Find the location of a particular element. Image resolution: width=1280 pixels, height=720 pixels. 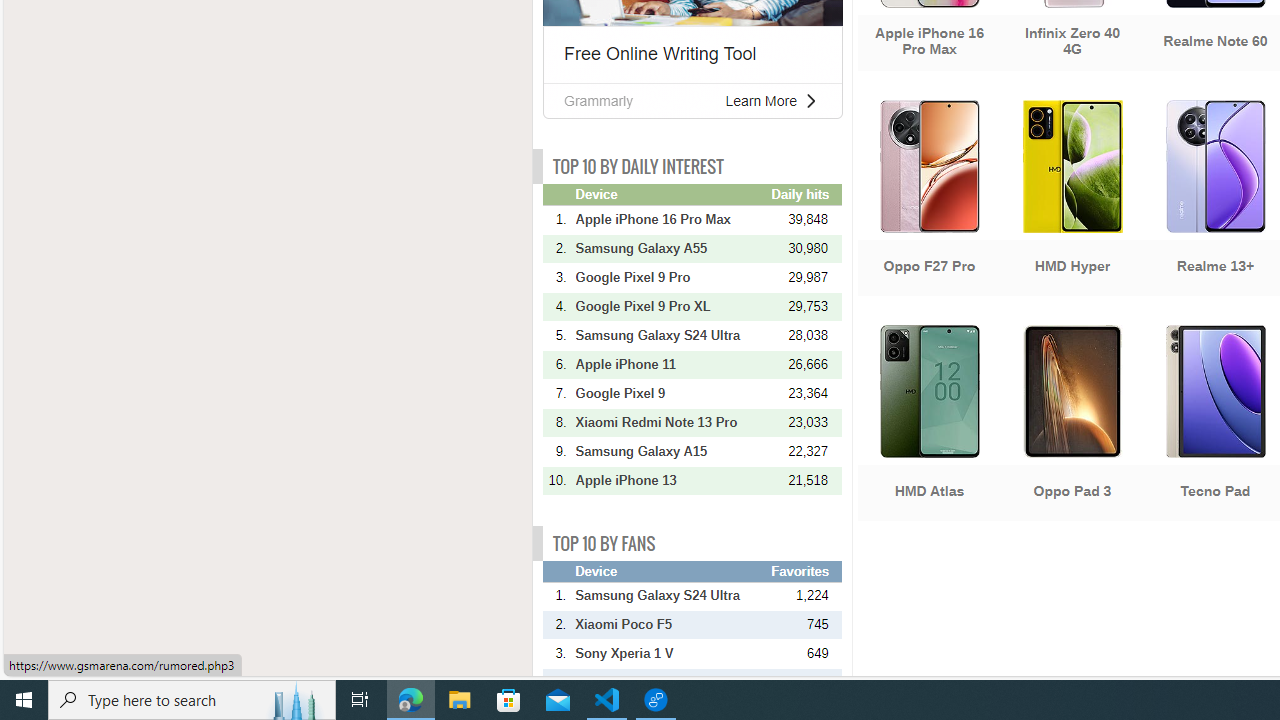

'Google Pixel 9 Pro' is located at coordinates (671, 277).